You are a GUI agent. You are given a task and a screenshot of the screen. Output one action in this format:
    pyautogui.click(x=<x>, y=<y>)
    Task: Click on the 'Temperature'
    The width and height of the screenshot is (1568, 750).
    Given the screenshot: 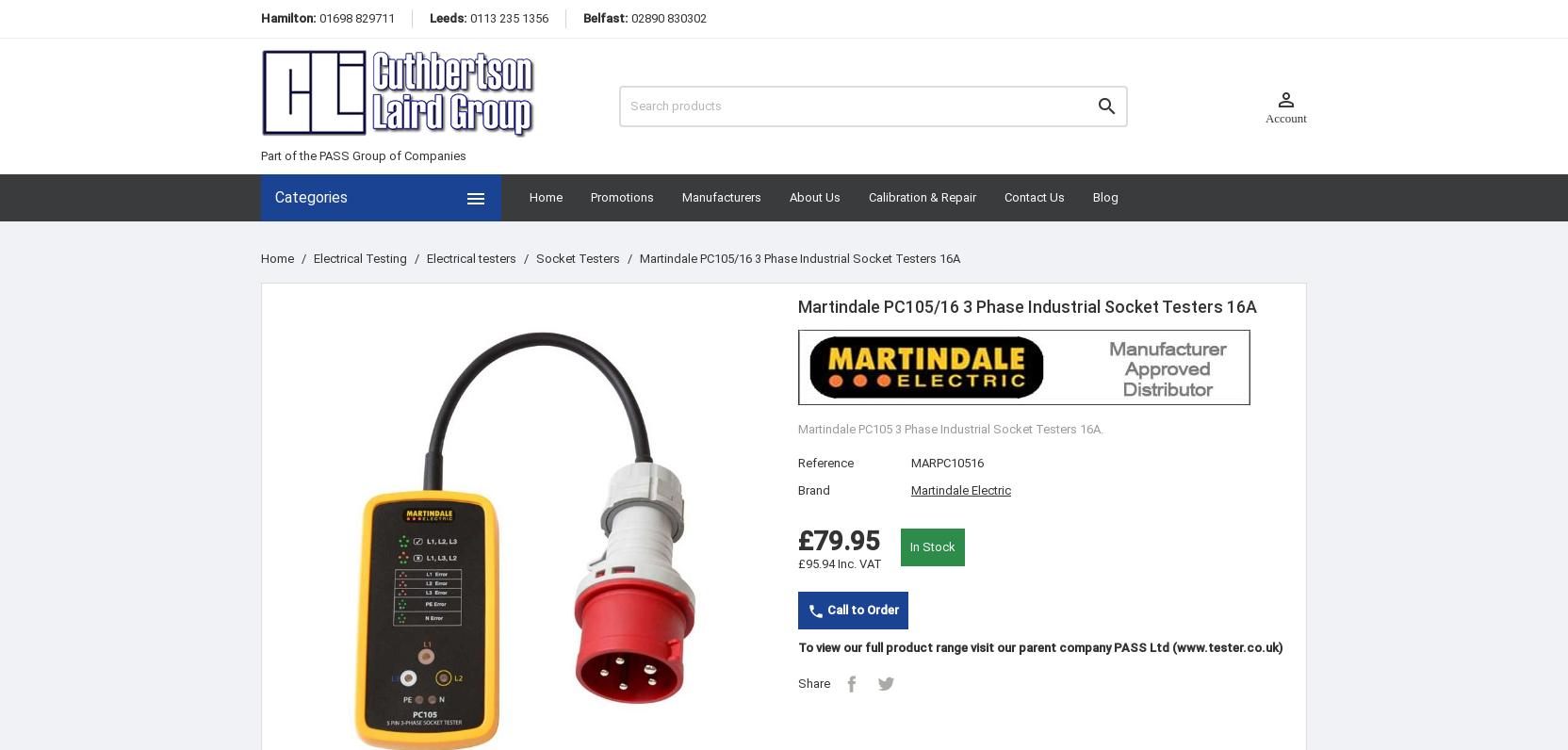 What is the action you would take?
    pyautogui.click(x=314, y=684)
    